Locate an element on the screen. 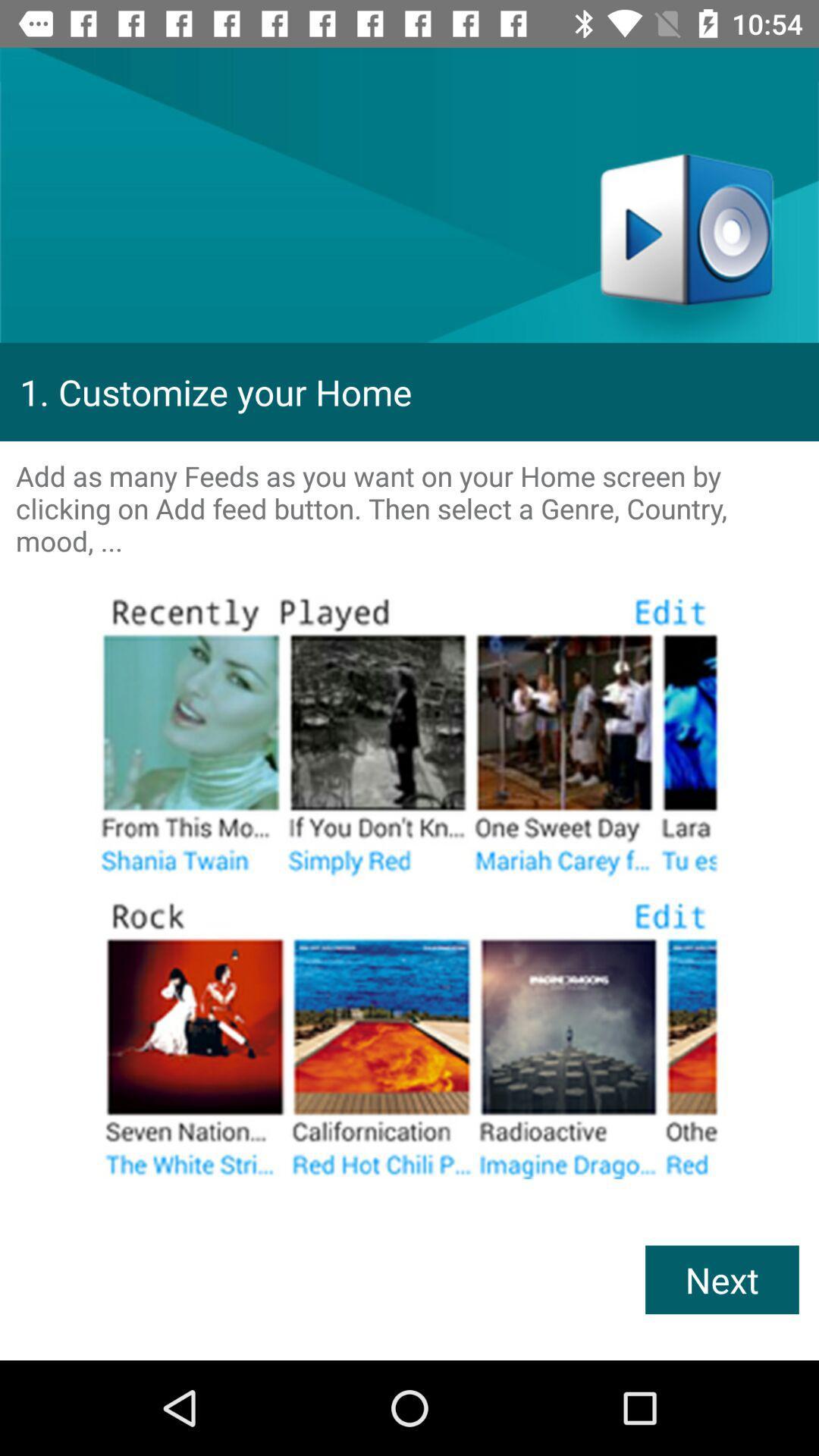 This screenshot has height=1456, width=819. the next at the bottom right corner is located at coordinates (721, 1279).